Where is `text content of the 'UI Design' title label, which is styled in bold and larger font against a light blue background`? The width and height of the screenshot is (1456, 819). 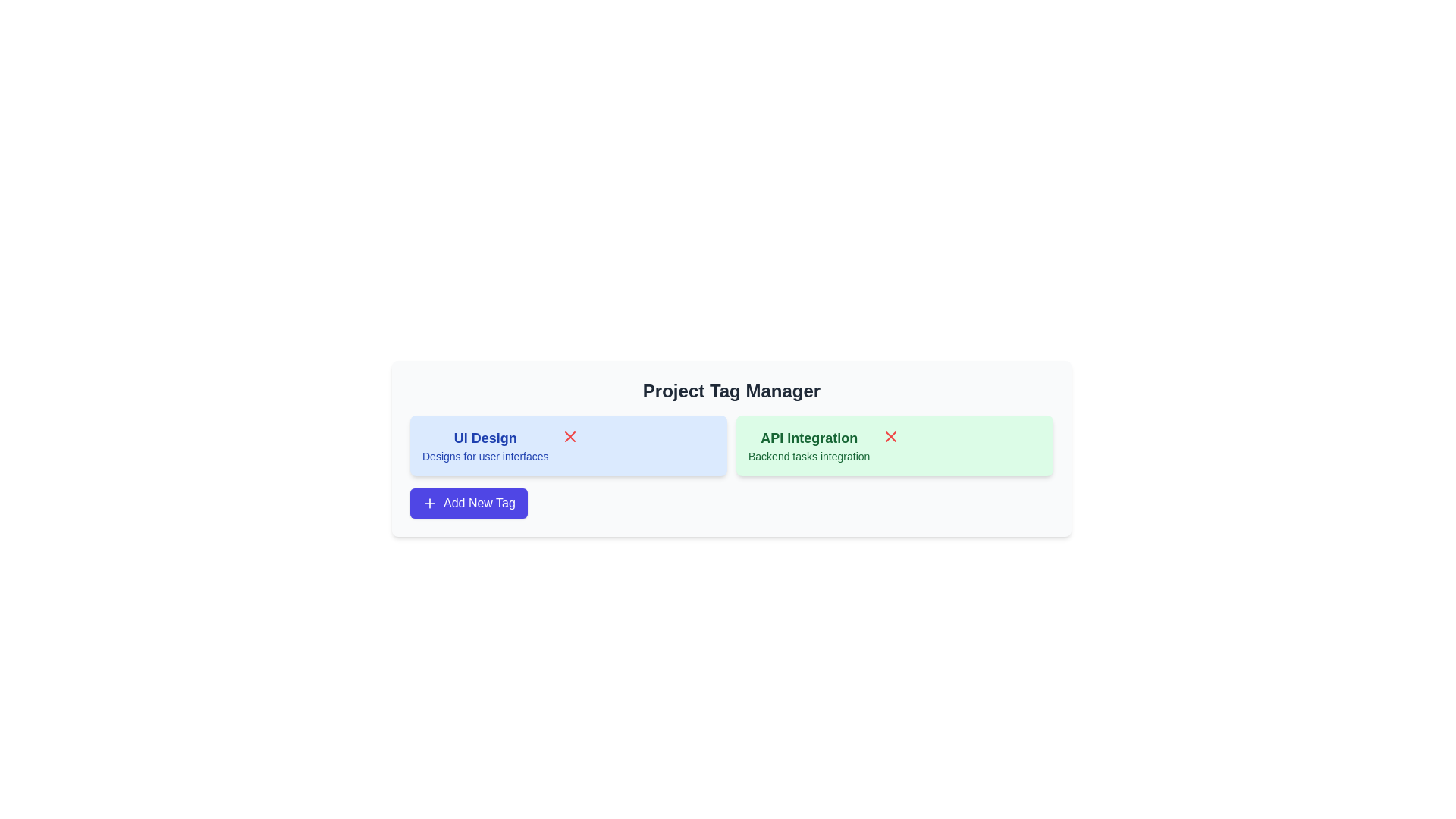 text content of the 'UI Design' title label, which is styled in bold and larger font against a light blue background is located at coordinates (485, 438).